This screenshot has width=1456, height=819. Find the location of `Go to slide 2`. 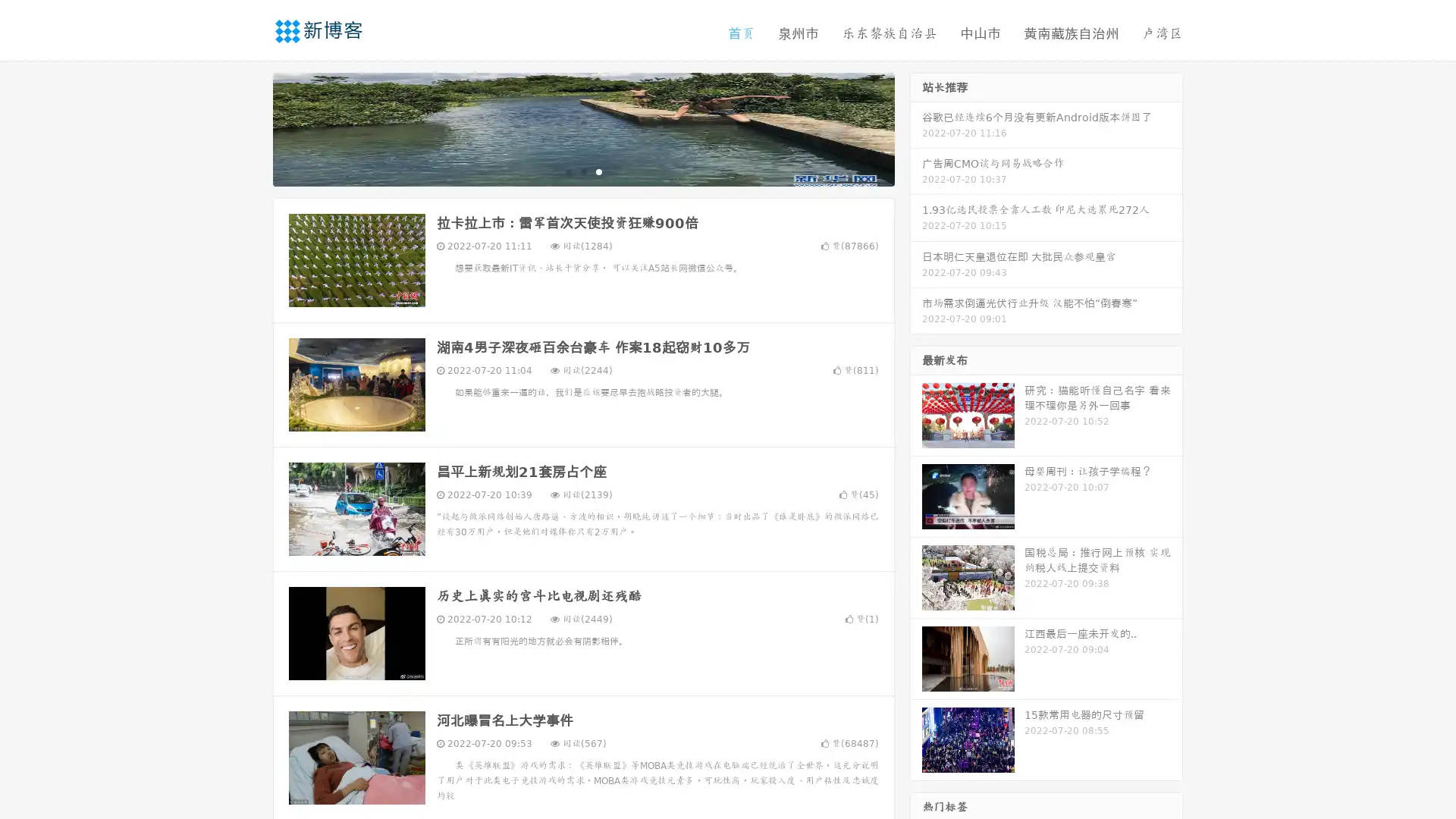

Go to slide 2 is located at coordinates (582, 171).